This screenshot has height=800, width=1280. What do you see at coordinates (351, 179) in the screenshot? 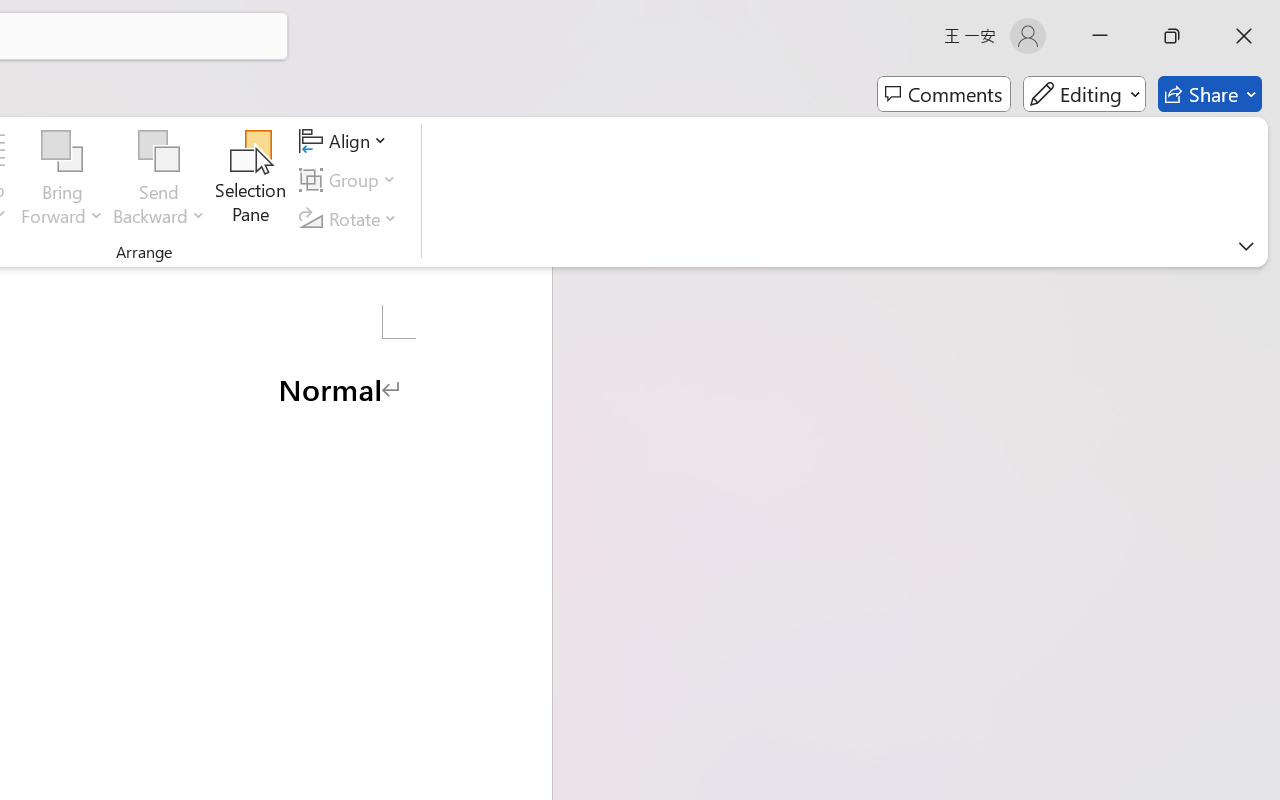
I see `'Group'` at bounding box center [351, 179].